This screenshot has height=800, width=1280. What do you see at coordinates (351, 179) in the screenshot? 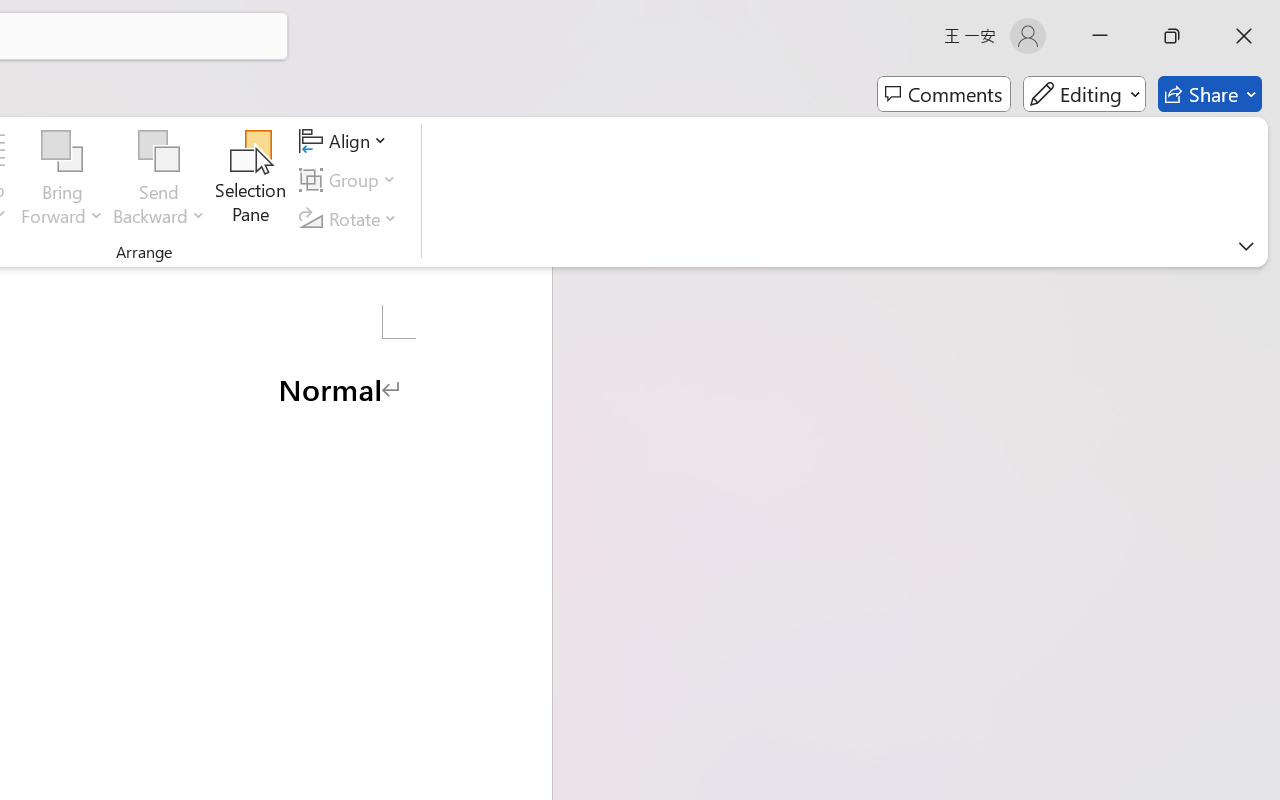
I see `'Group'` at bounding box center [351, 179].